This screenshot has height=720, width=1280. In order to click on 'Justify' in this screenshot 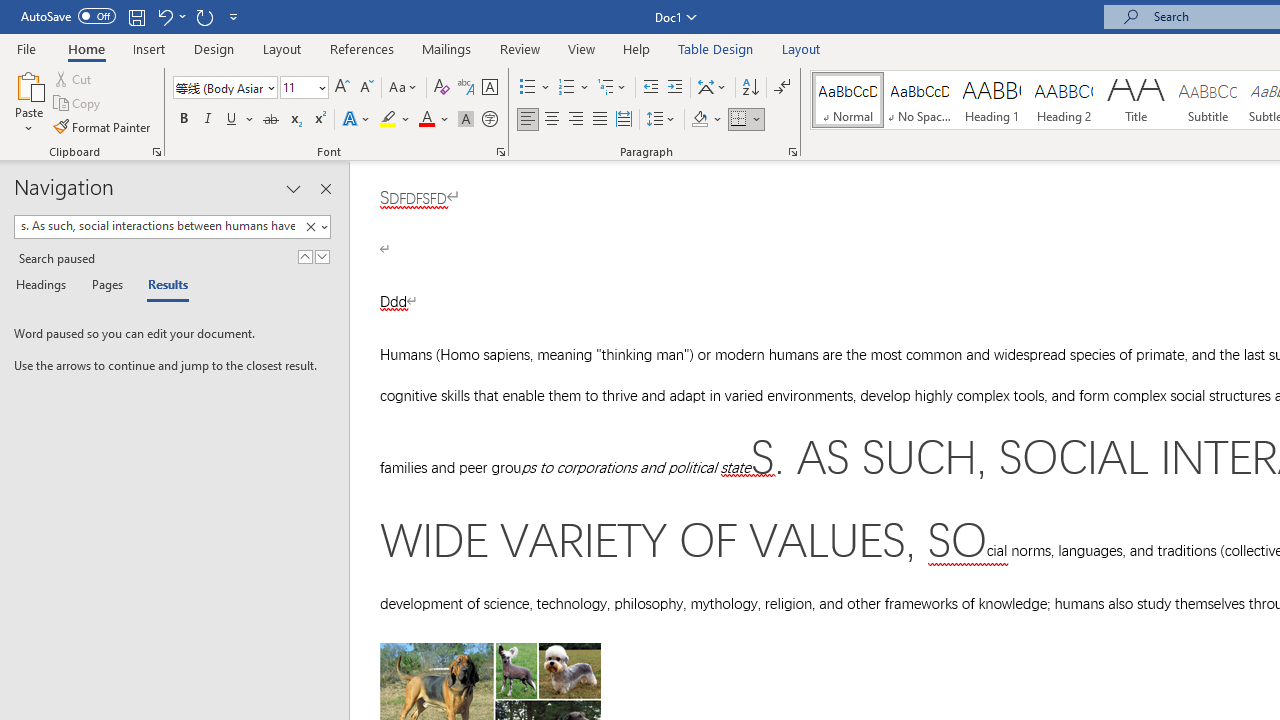, I will do `click(598, 119)`.